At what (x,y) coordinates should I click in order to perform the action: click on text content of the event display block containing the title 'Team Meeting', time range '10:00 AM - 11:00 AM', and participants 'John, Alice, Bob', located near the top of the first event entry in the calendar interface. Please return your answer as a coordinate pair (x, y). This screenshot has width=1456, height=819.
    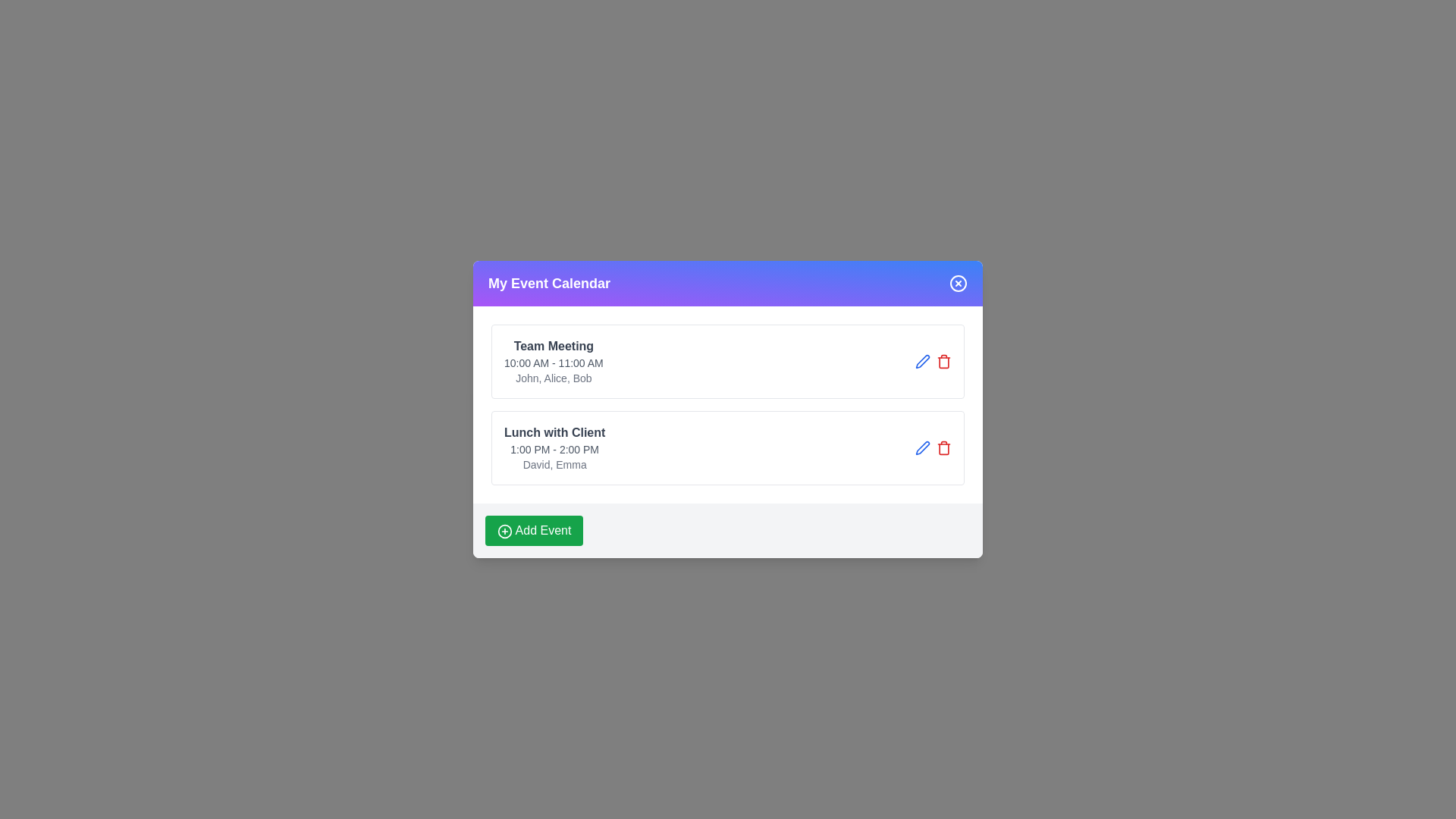
    Looking at the image, I should click on (553, 362).